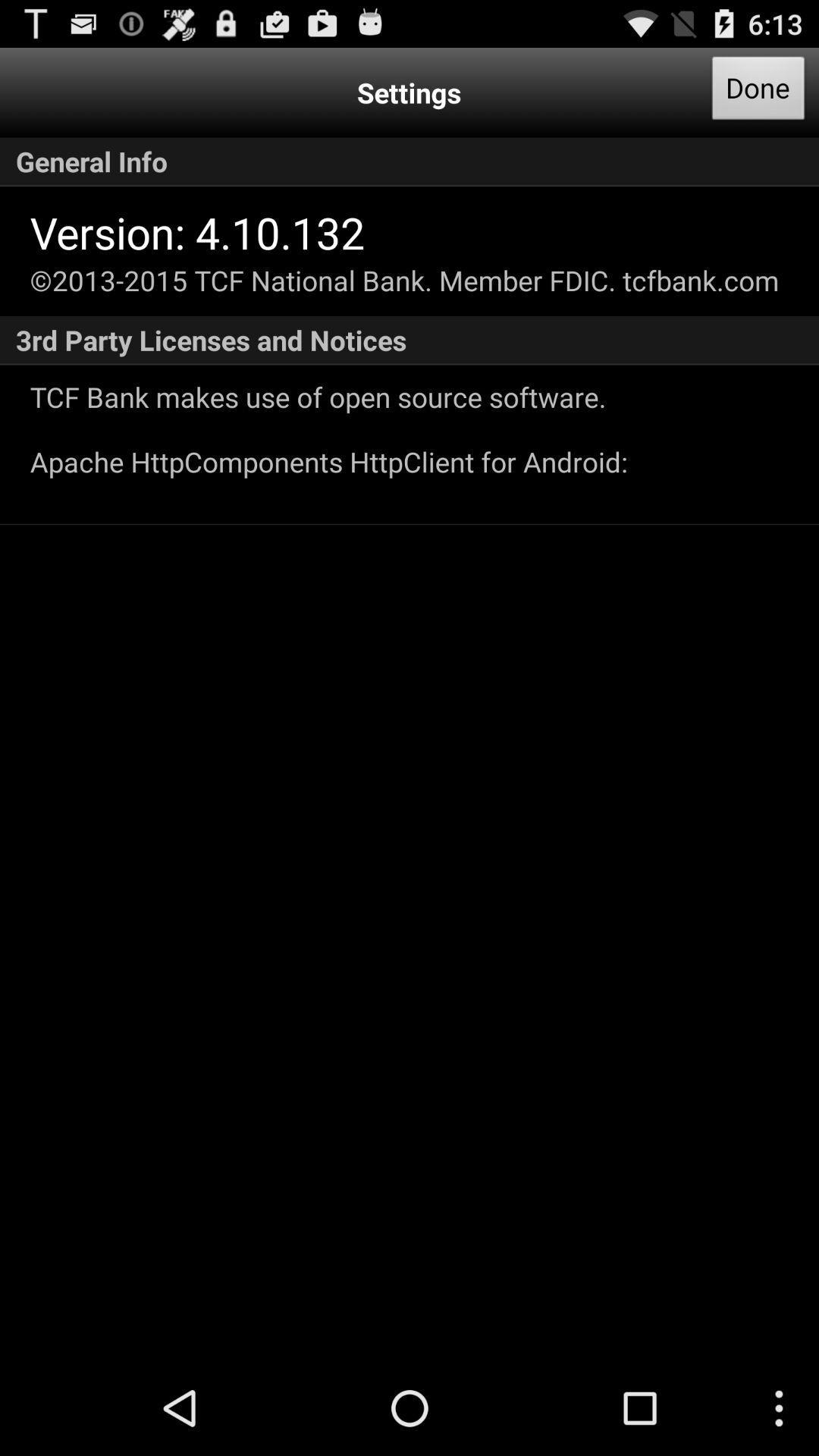 This screenshot has height=1456, width=819. I want to click on button at the top right corner, so click(758, 92).